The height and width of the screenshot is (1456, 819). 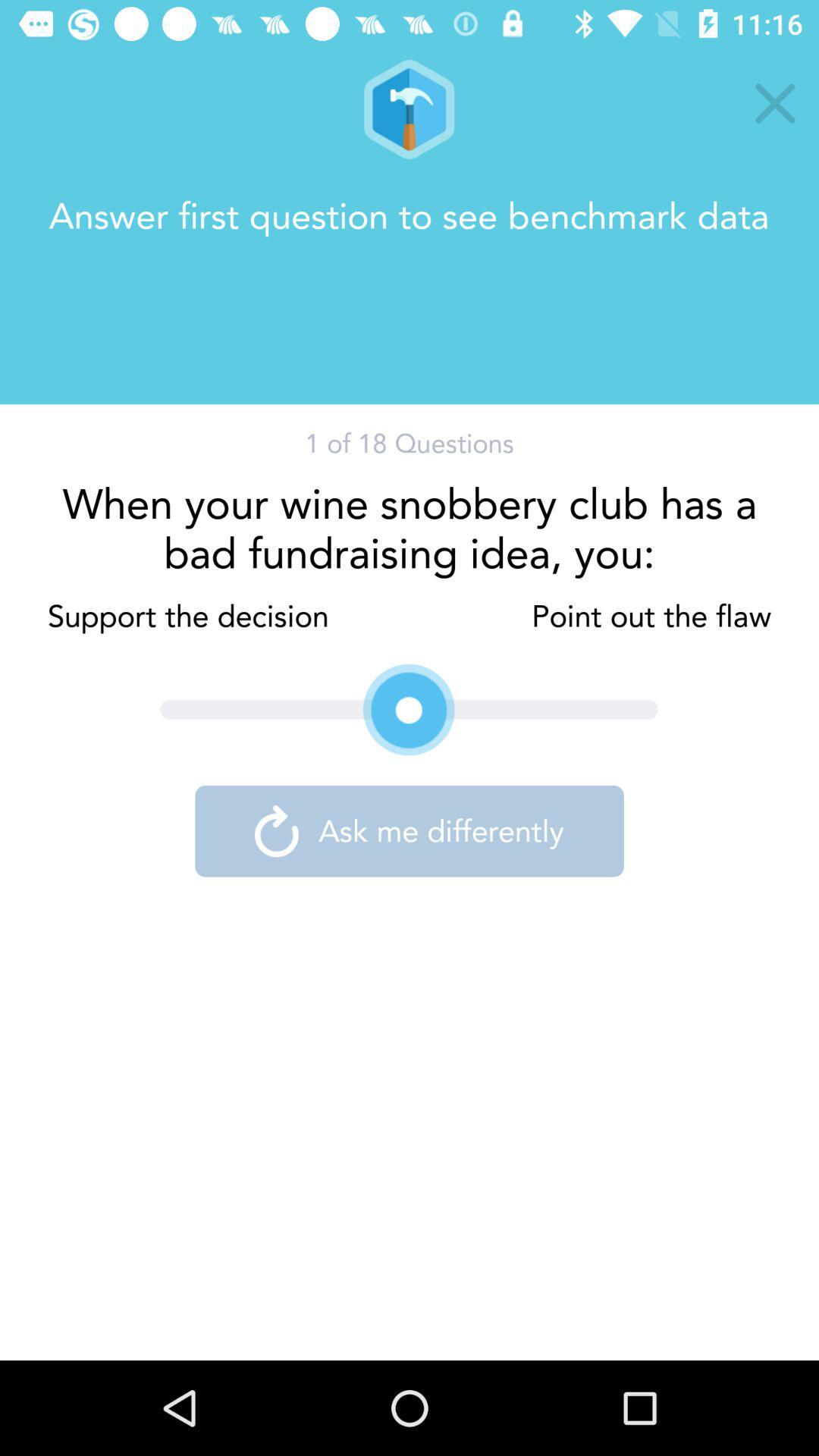 What do you see at coordinates (408, 108) in the screenshot?
I see `hammer icon` at bounding box center [408, 108].